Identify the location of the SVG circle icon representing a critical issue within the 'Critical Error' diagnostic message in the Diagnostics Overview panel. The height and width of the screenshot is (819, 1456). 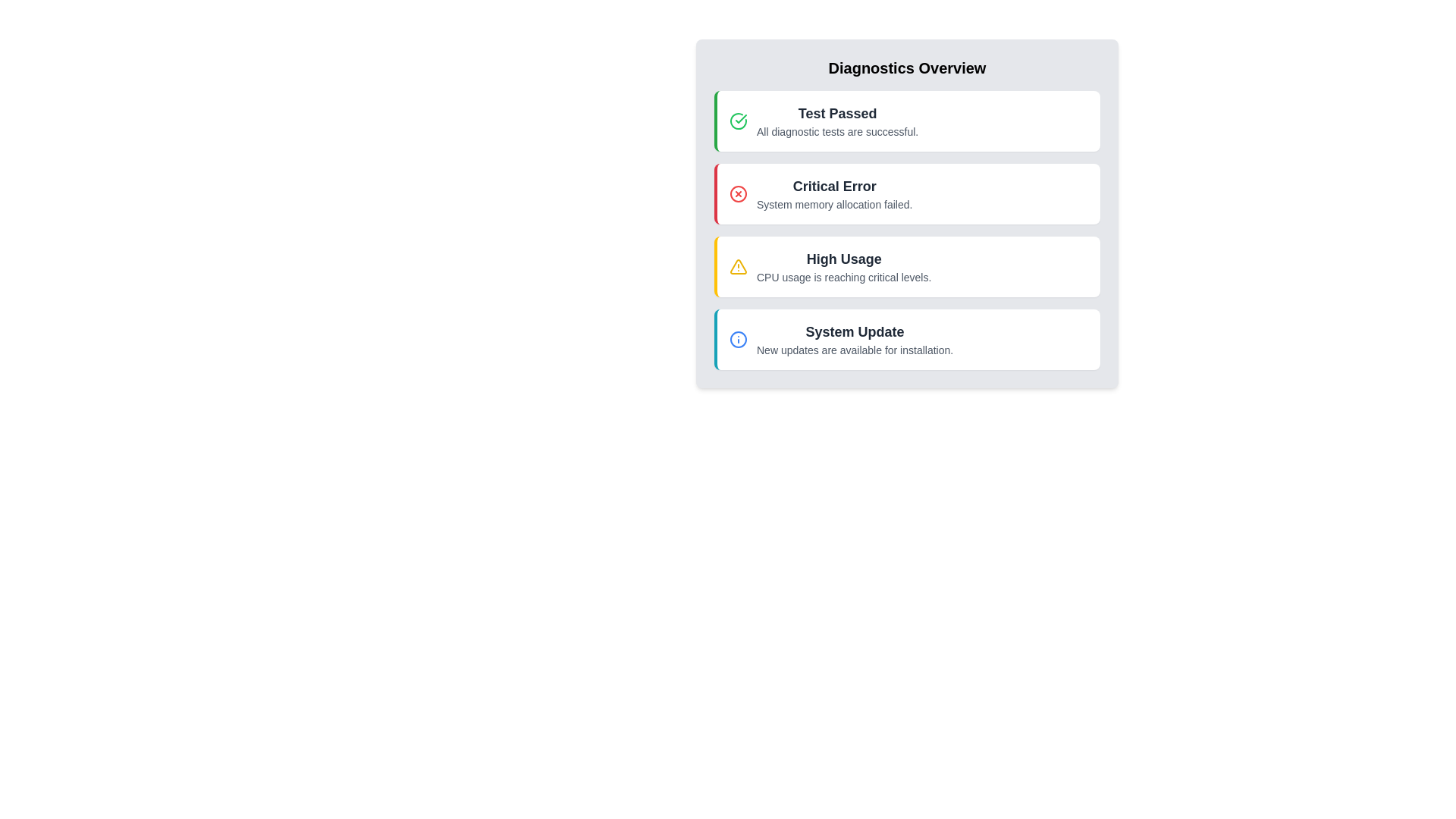
(739, 193).